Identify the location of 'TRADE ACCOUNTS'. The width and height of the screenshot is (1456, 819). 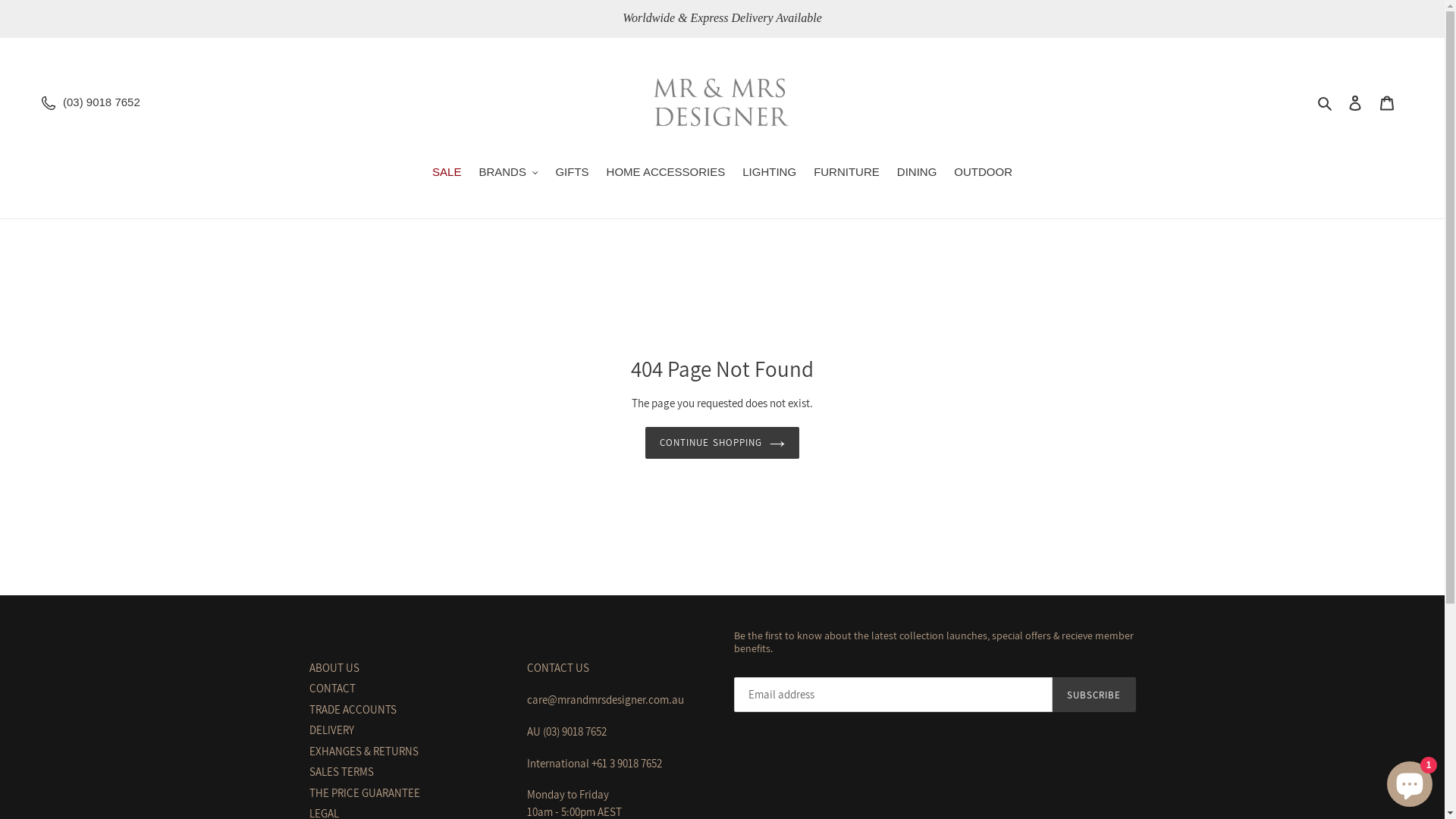
(309, 709).